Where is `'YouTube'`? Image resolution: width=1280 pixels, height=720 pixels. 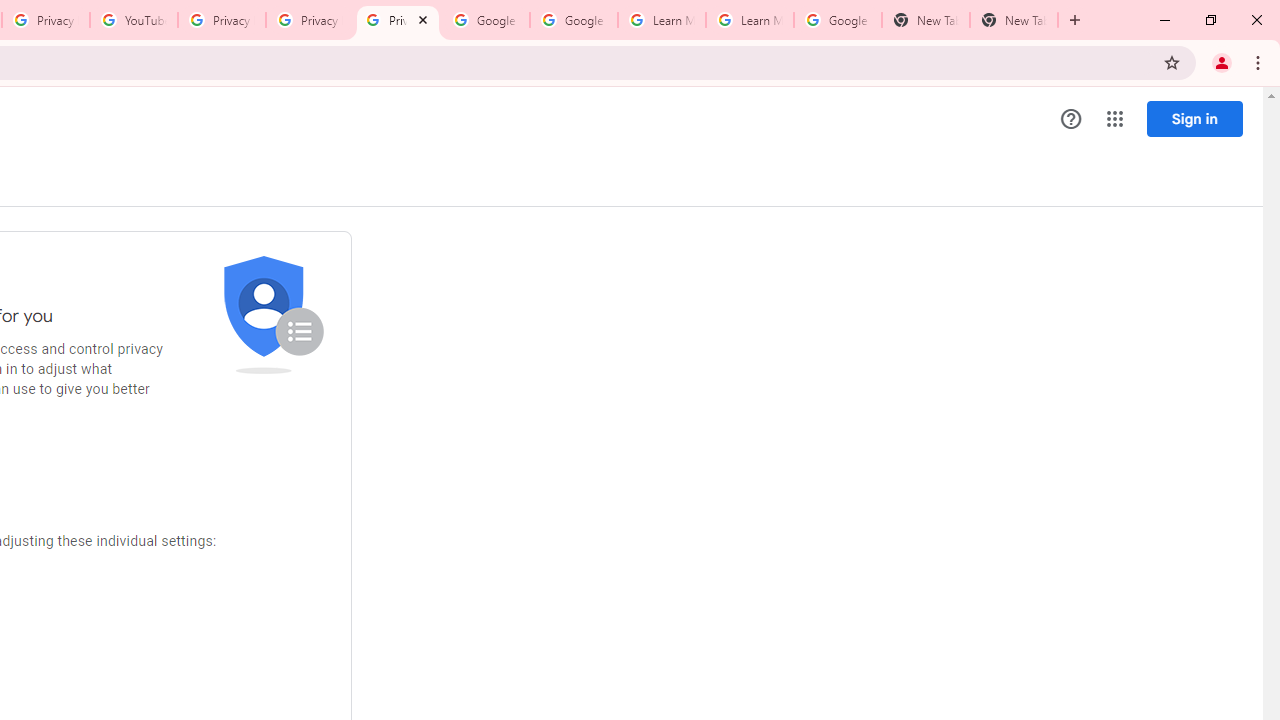
'YouTube' is located at coordinates (132, 20).